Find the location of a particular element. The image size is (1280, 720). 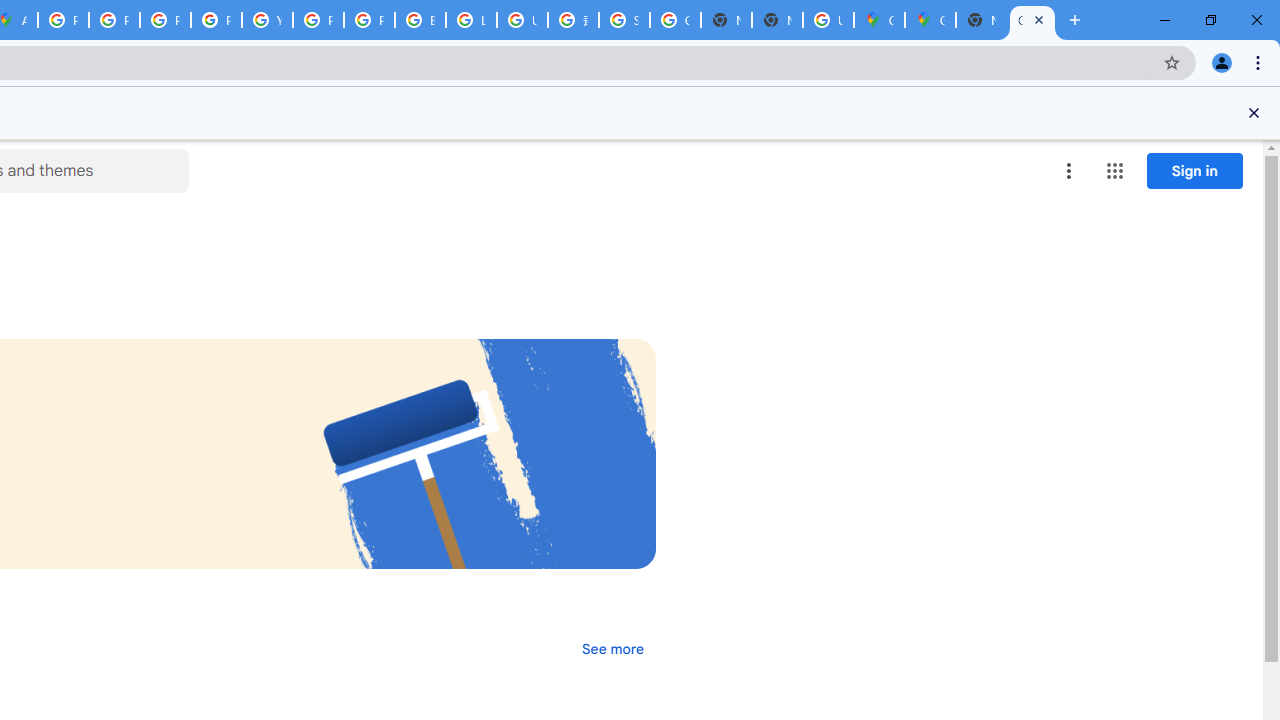

'Google Maps' is located at coordinates (929, 20).